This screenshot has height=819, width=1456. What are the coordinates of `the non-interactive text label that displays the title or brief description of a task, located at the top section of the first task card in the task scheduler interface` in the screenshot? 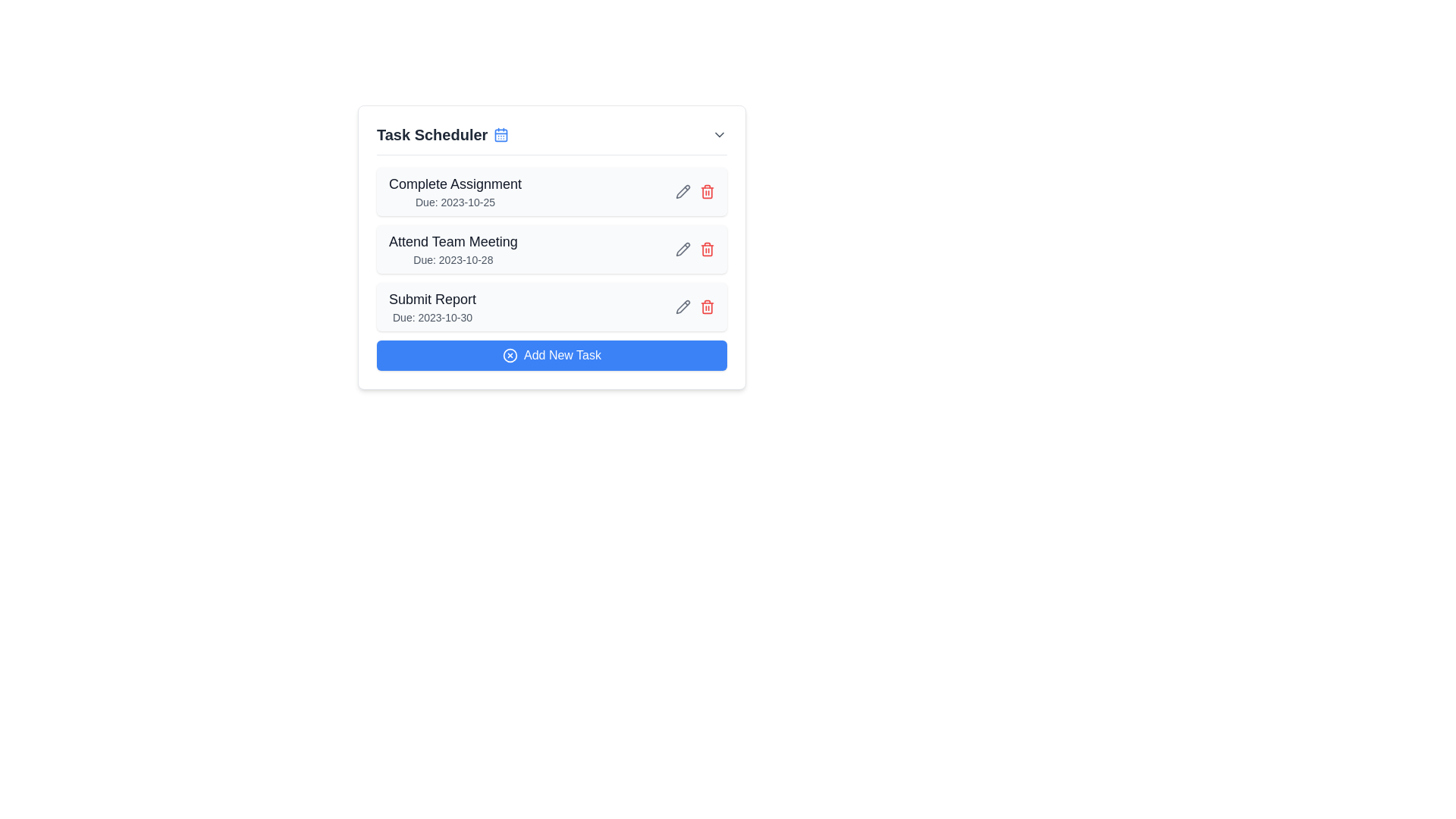 It's located at (454, 184).